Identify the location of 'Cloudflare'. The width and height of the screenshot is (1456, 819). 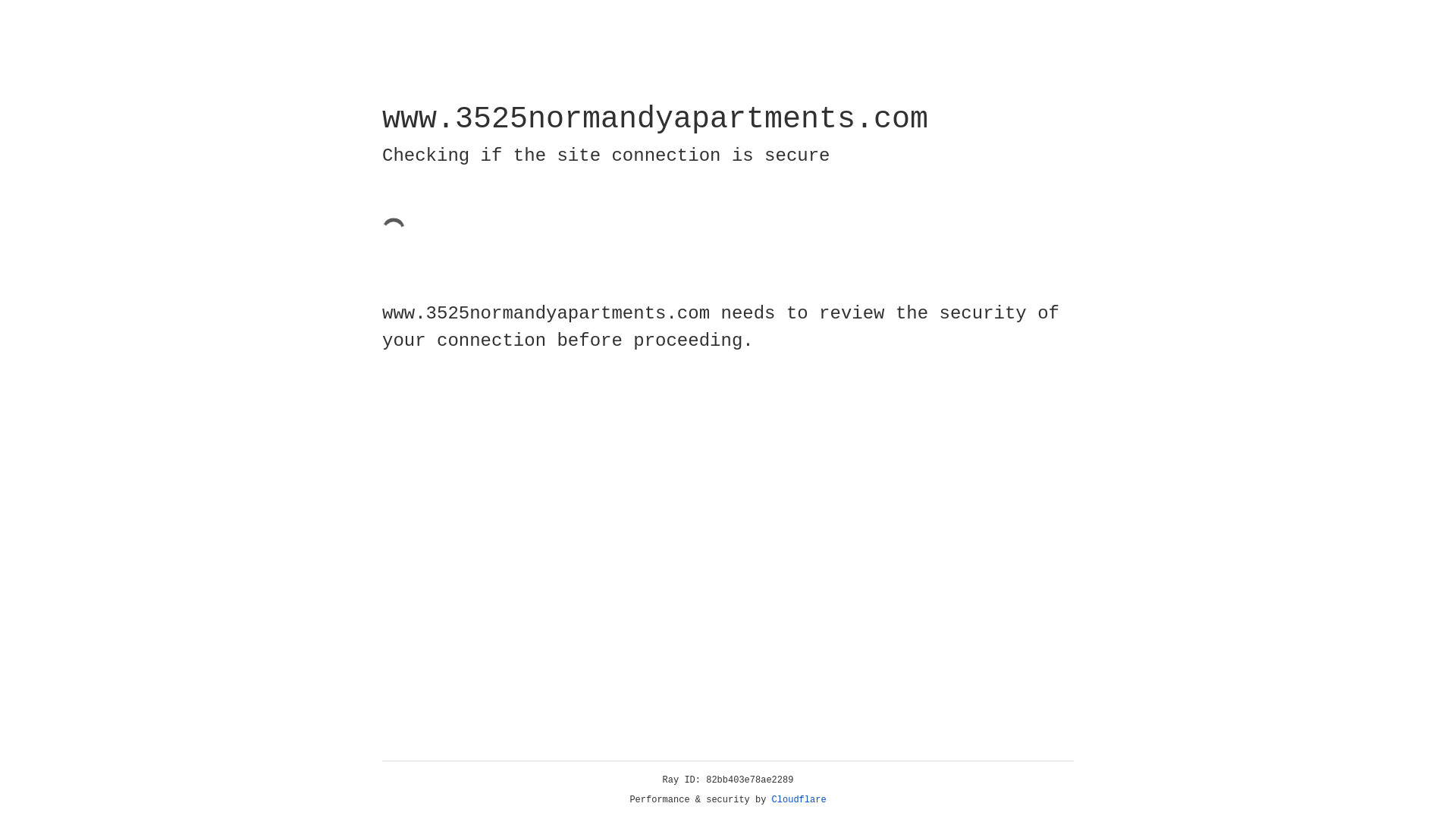
(799, 799).